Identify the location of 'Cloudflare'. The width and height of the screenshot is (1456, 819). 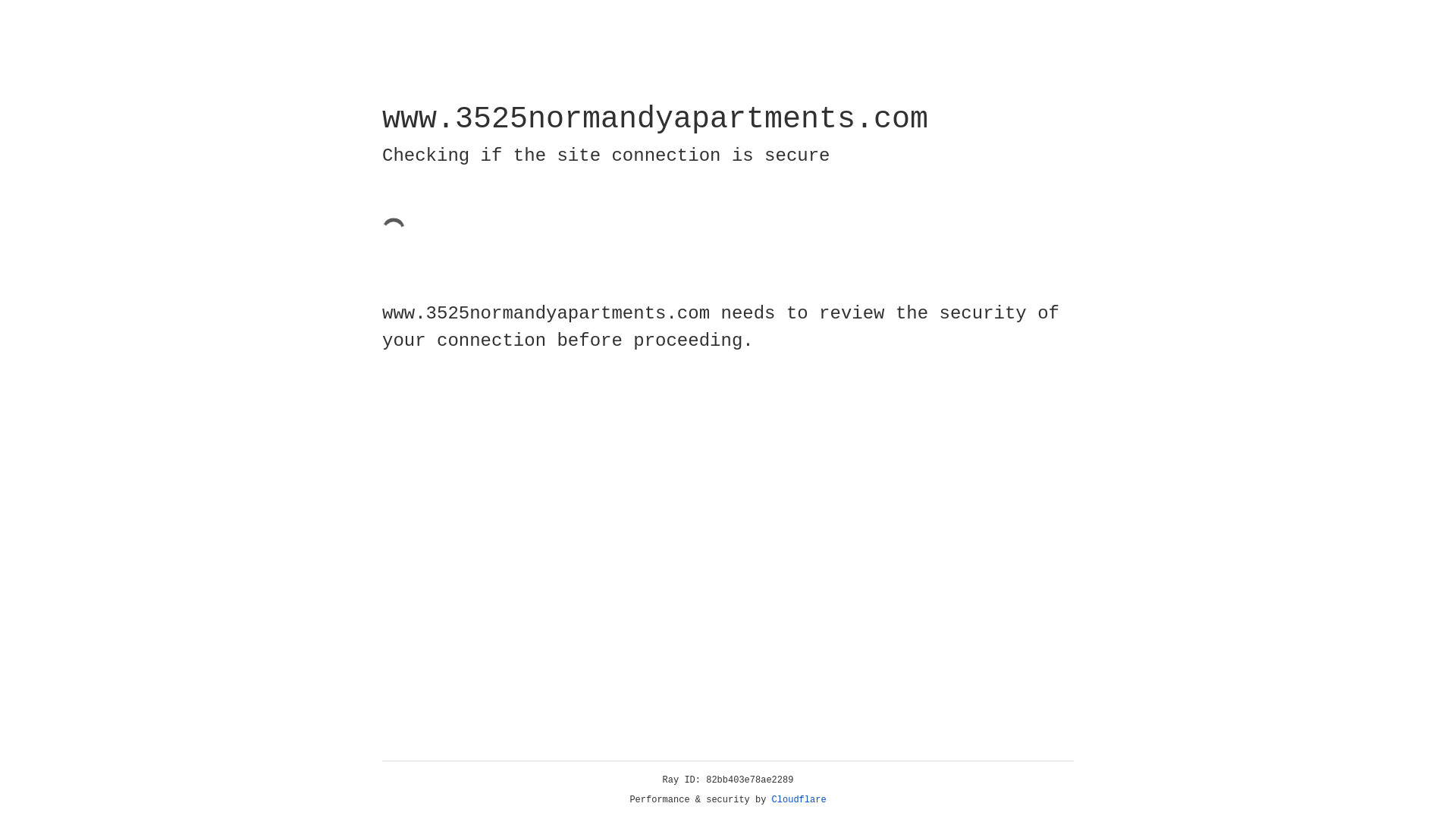
(799, 799).